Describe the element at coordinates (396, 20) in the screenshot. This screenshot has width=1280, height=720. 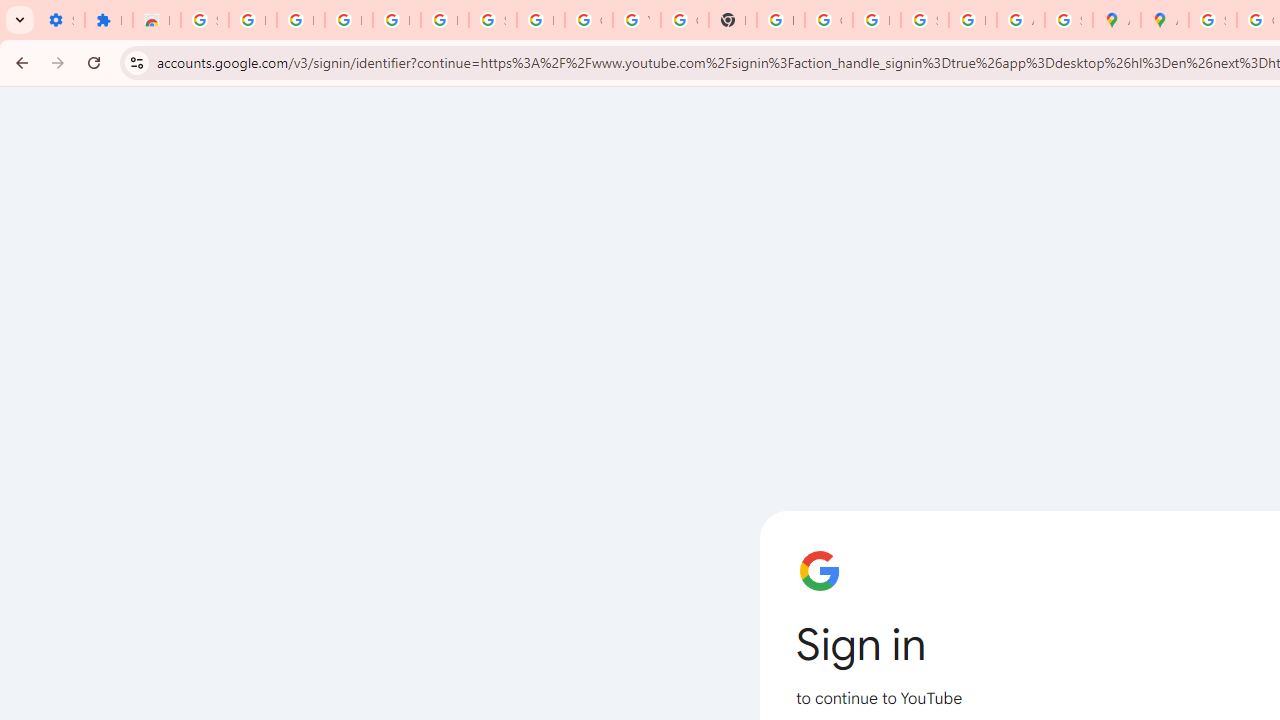
I see `'Learn how to find your photos - Google Photos Help'` at that location.